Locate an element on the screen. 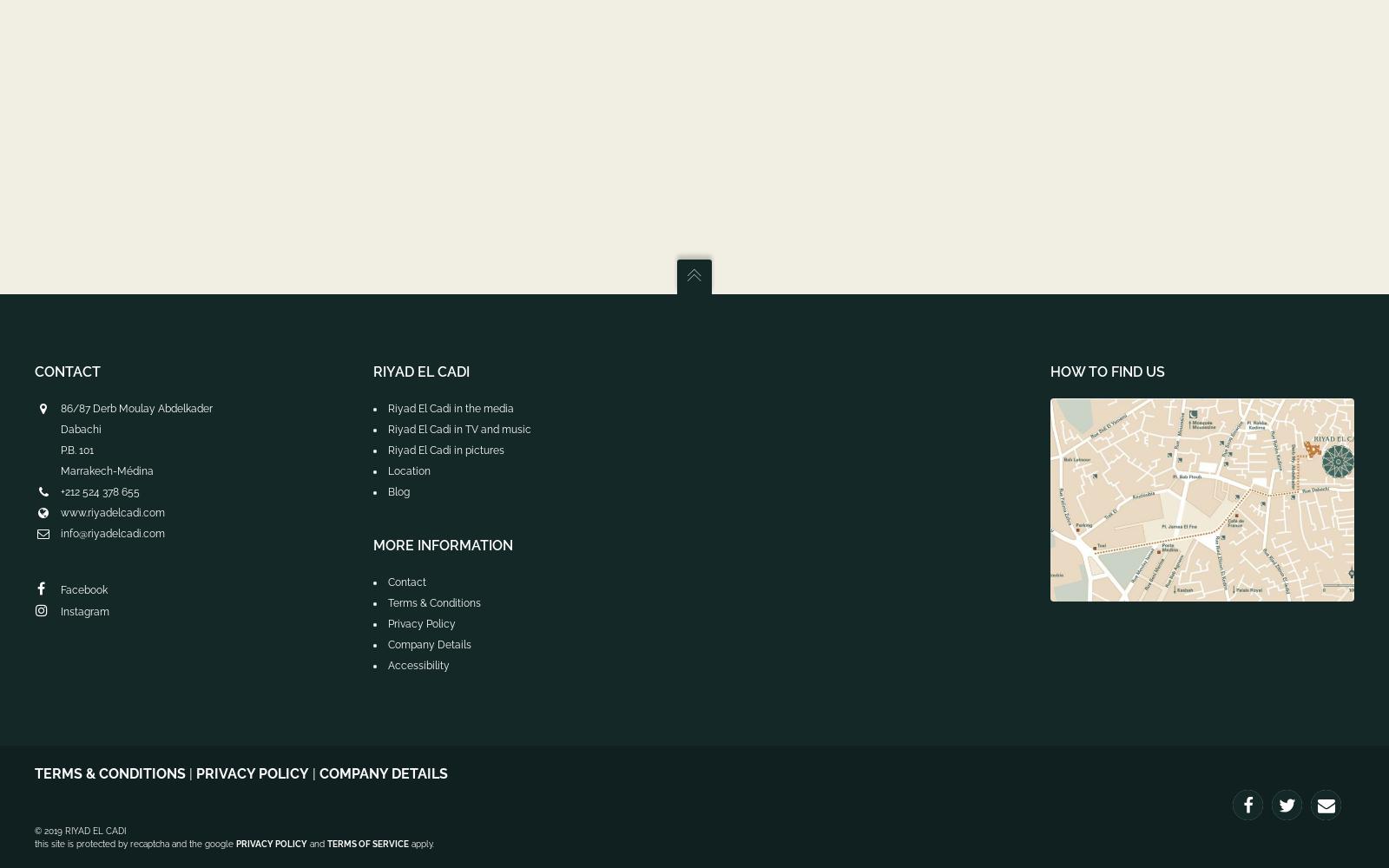 The width and height of the screenshot is (1389, 868). 'Marrakech-Médina' is located at coordinates (106, 471).